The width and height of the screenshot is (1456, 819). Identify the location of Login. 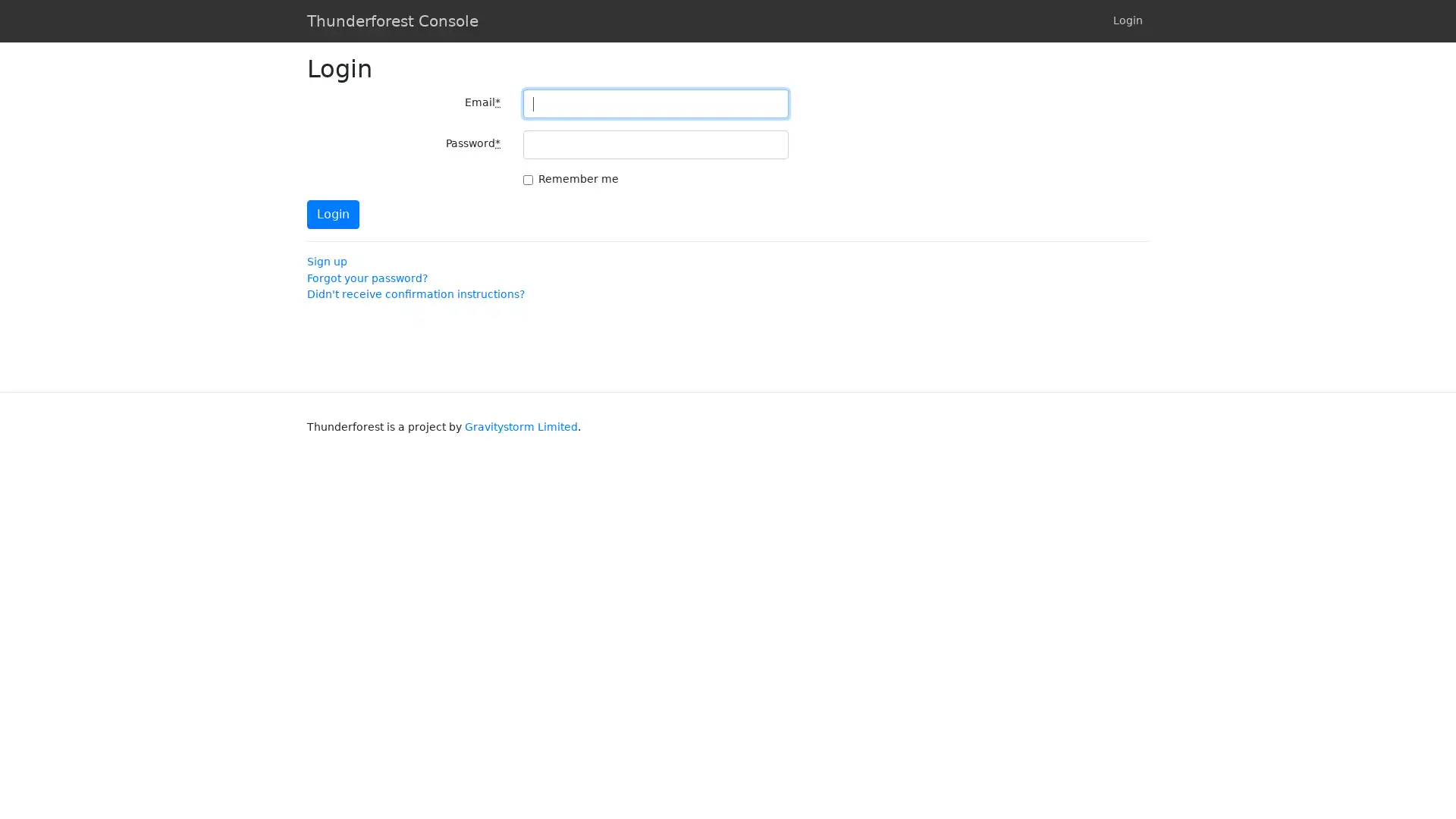
(332, 214).